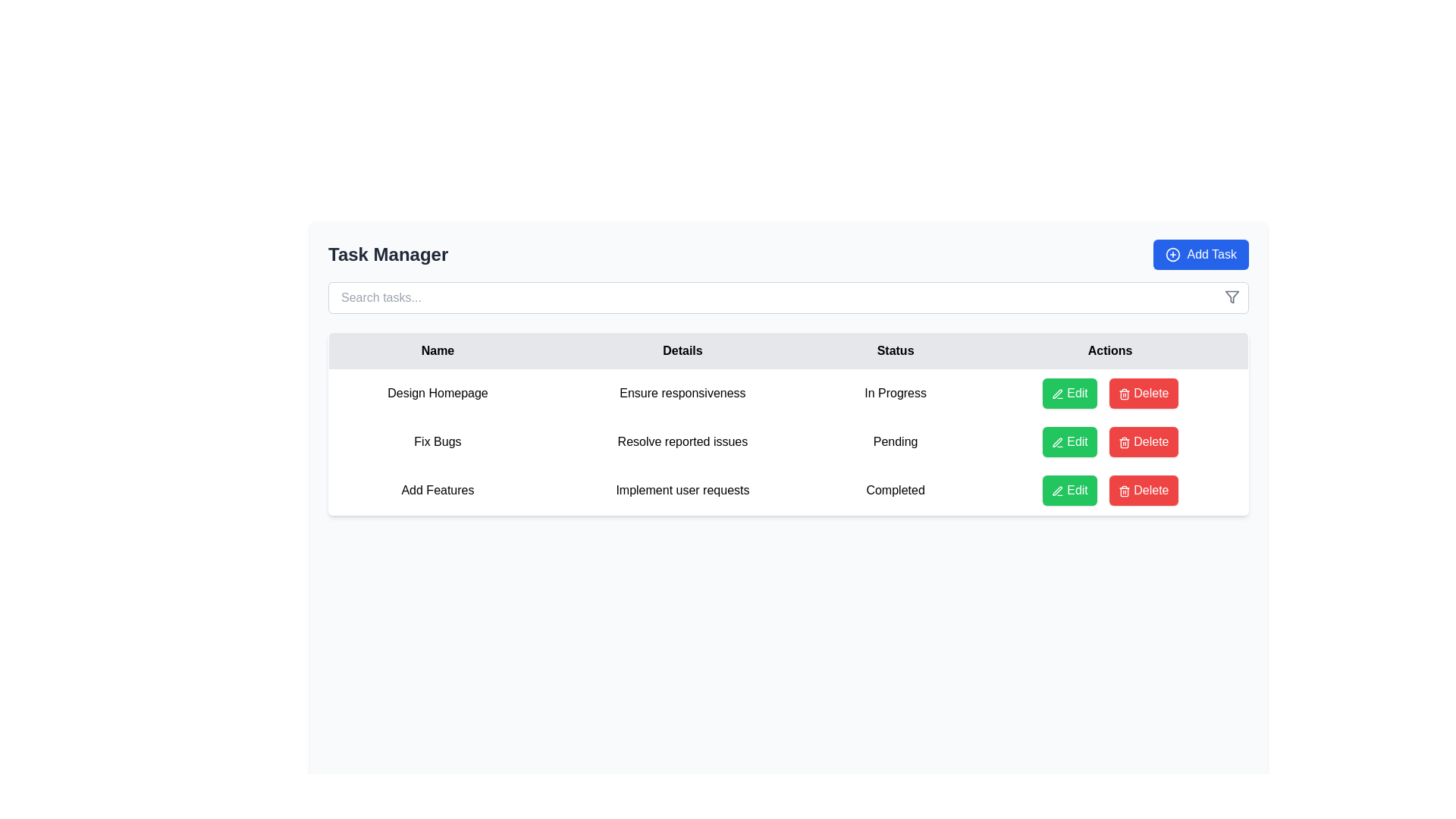 The image size is (1456, 819). I want to click on the static text label displaying 'Design Homepage', which is the first element in the 'Name' column of the table, so click(437, 393).